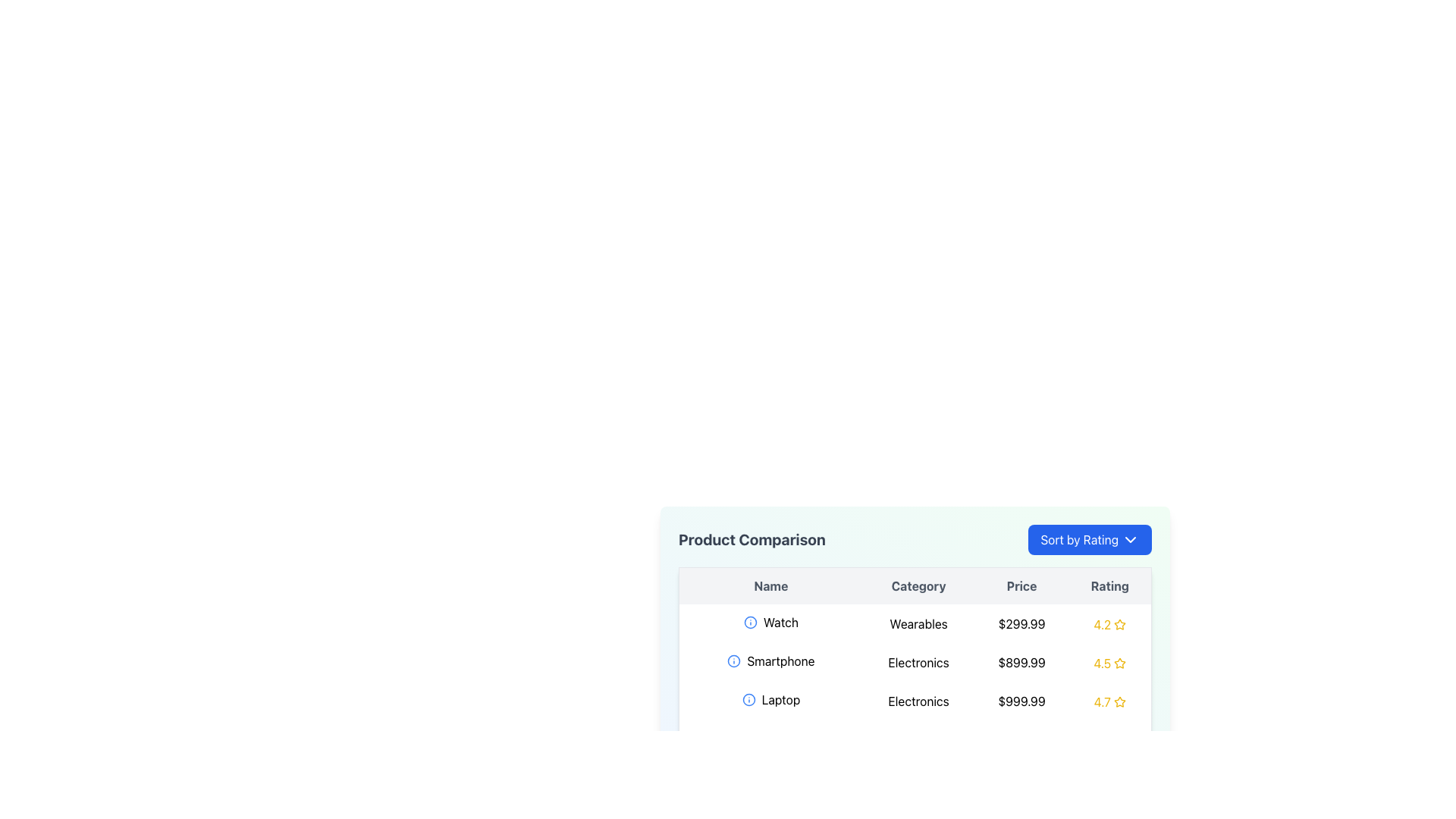 This screenshot has width=1456, height=819. What do you see at coordinates (1120, 662) in the screenshot?
I see `the rating star icon located` at bounding box center [1120, 662].